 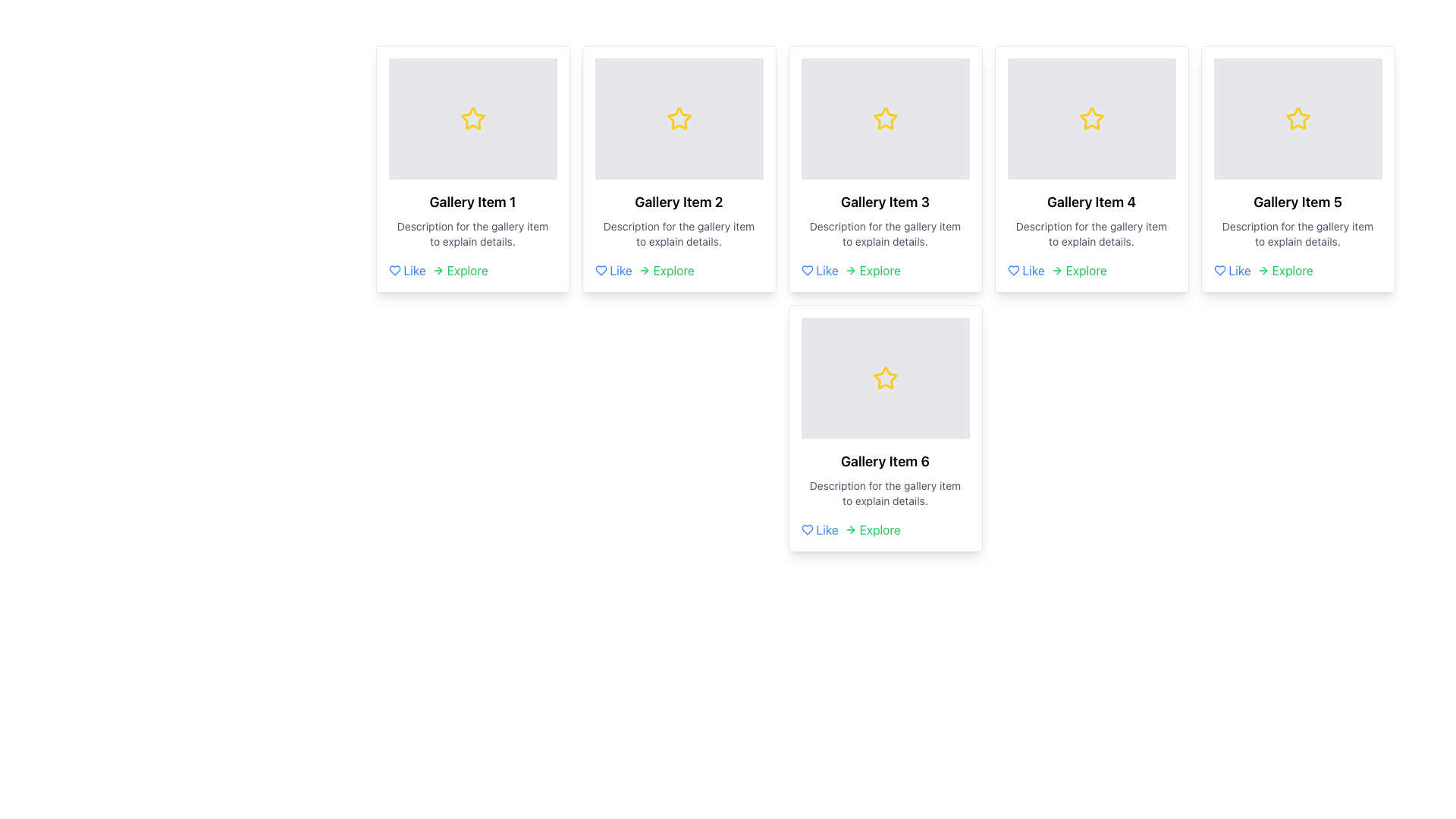 What do you see at coordinates (885, 479) in the screenshot?
I see `contextual information provided in the Text Block for 'Gallery Item 6', which is located in the sixth card of the grid, positioned below the yellow star icon and above the 'Like' and 'Explore' buttons` at bounding box center [885, 479].